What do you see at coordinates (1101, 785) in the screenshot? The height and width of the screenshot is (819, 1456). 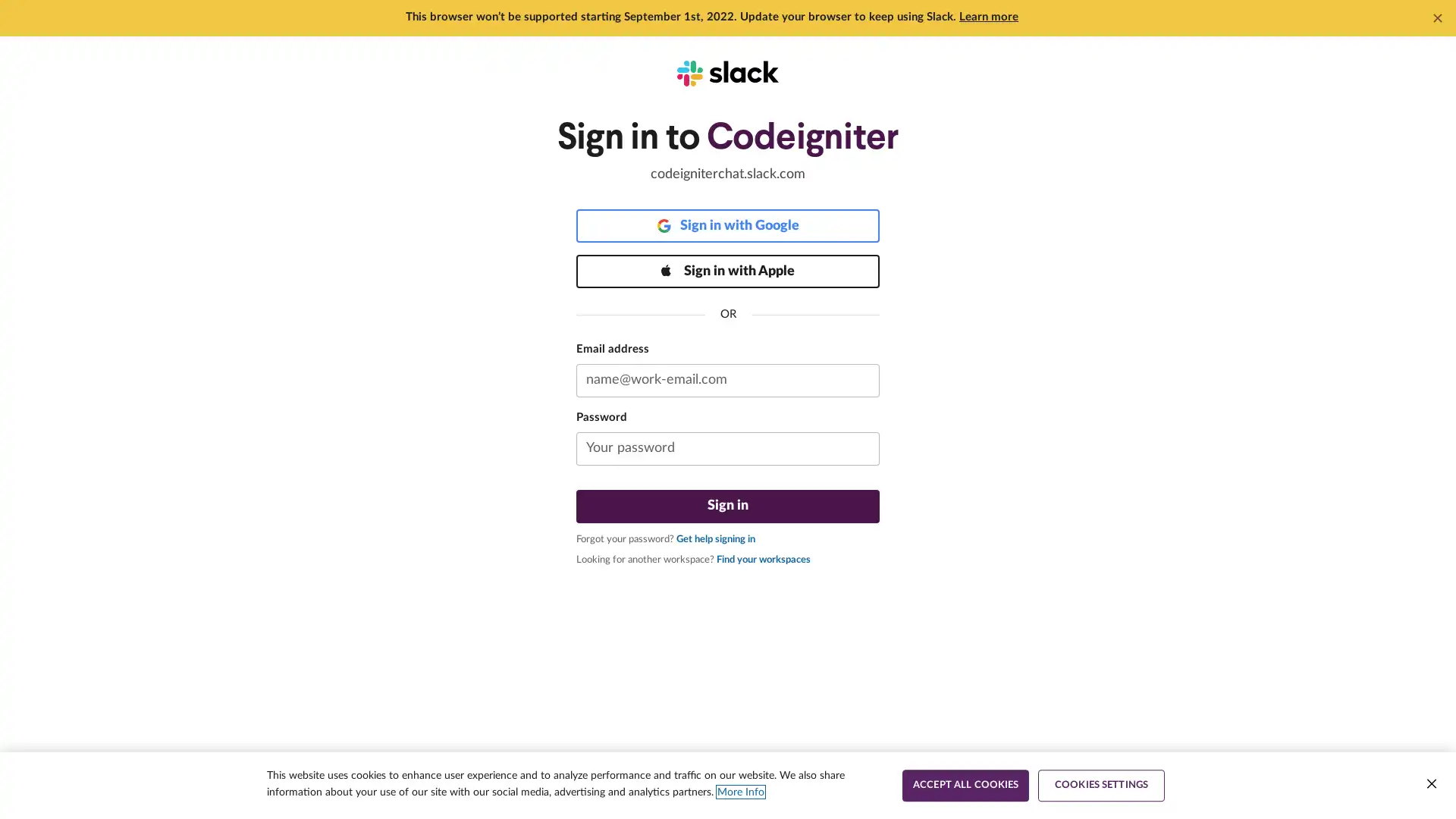 I see `COOKIES SETTINGS` at bounding box center [1101, 785].